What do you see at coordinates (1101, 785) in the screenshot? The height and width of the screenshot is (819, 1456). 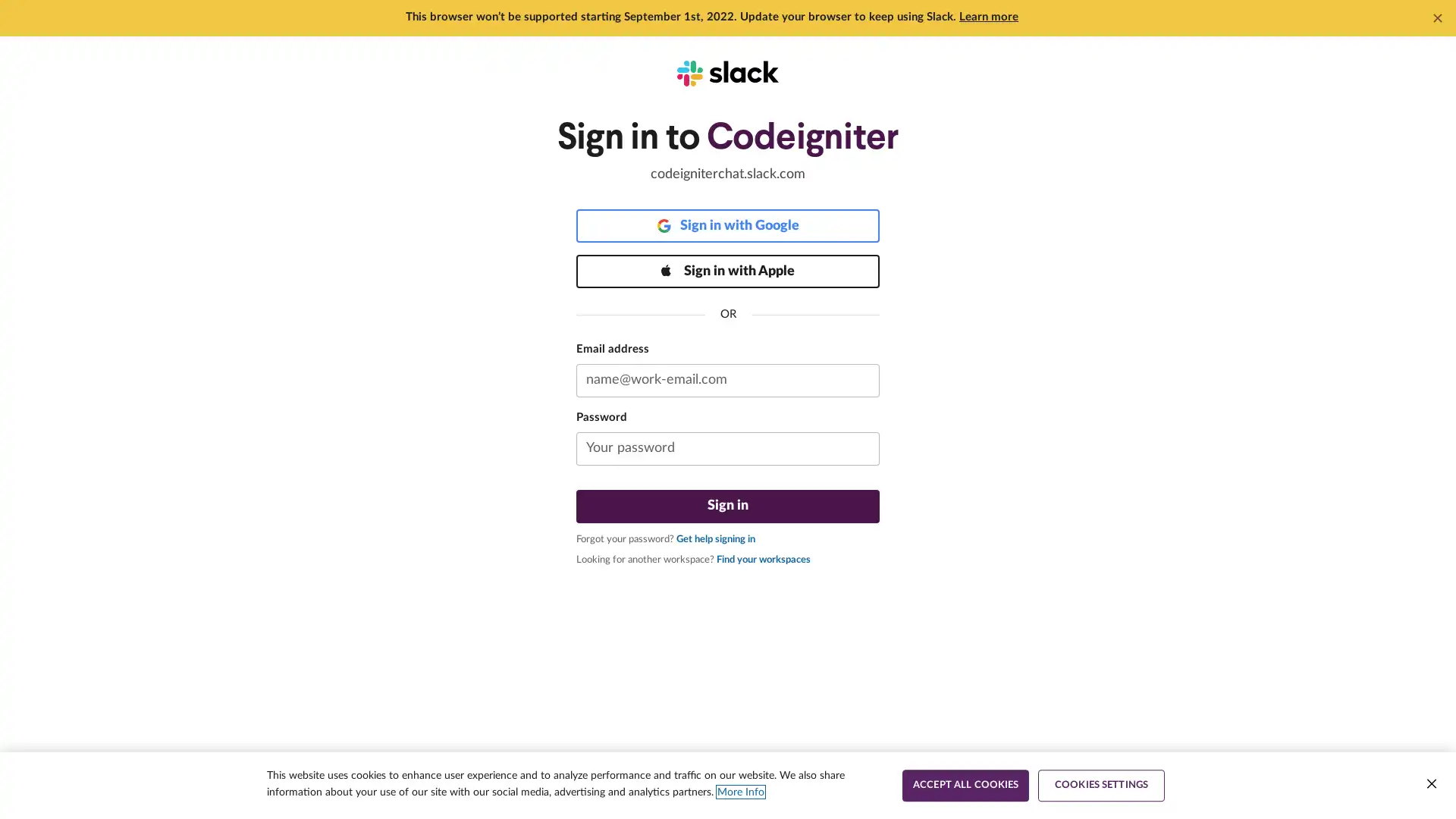 I see `COOKIES SETTINGS` at bounding box center [1101, 785].